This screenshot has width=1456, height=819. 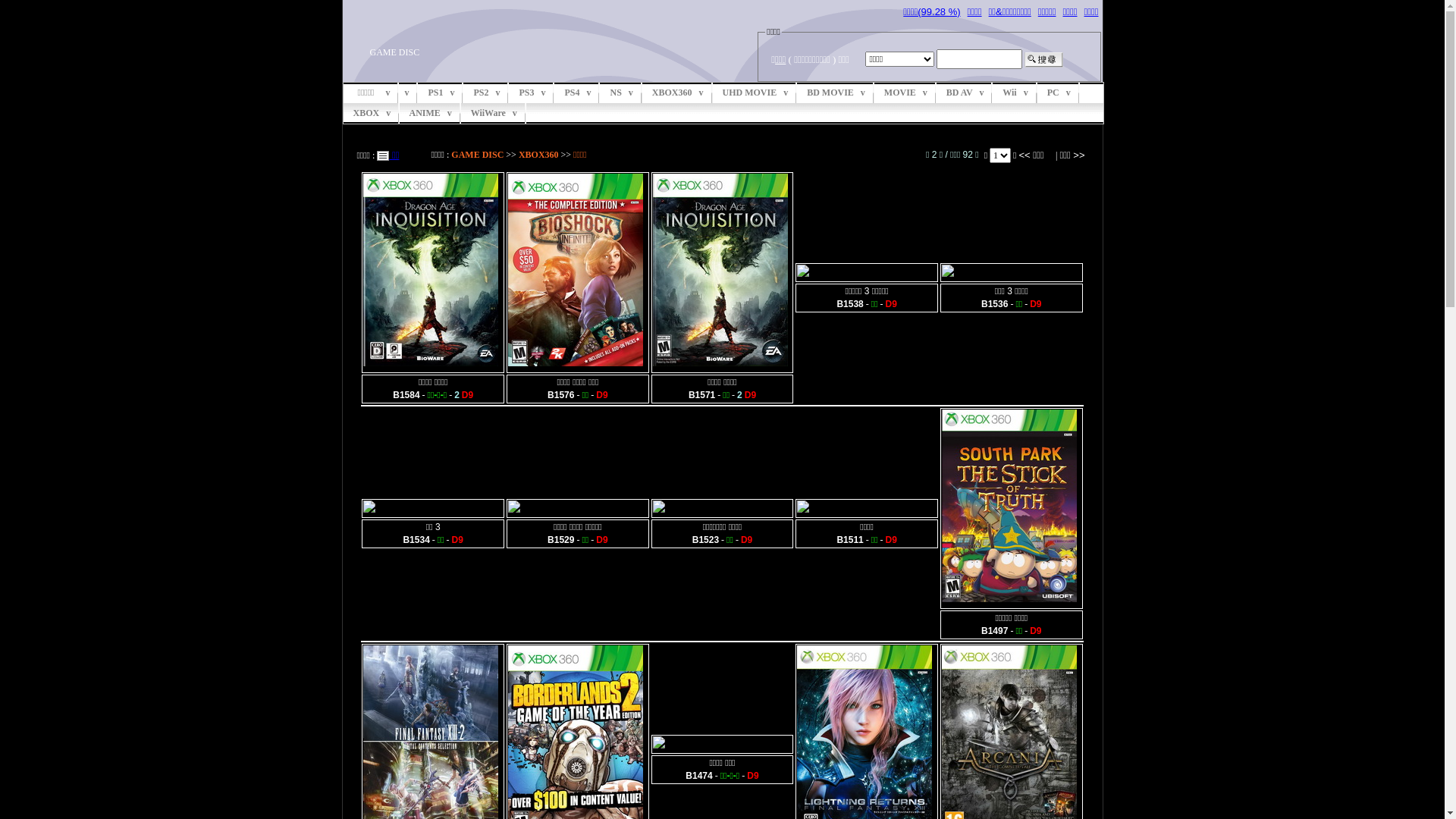 I want to click on '  PS2  ', so click(x=462, y=93).